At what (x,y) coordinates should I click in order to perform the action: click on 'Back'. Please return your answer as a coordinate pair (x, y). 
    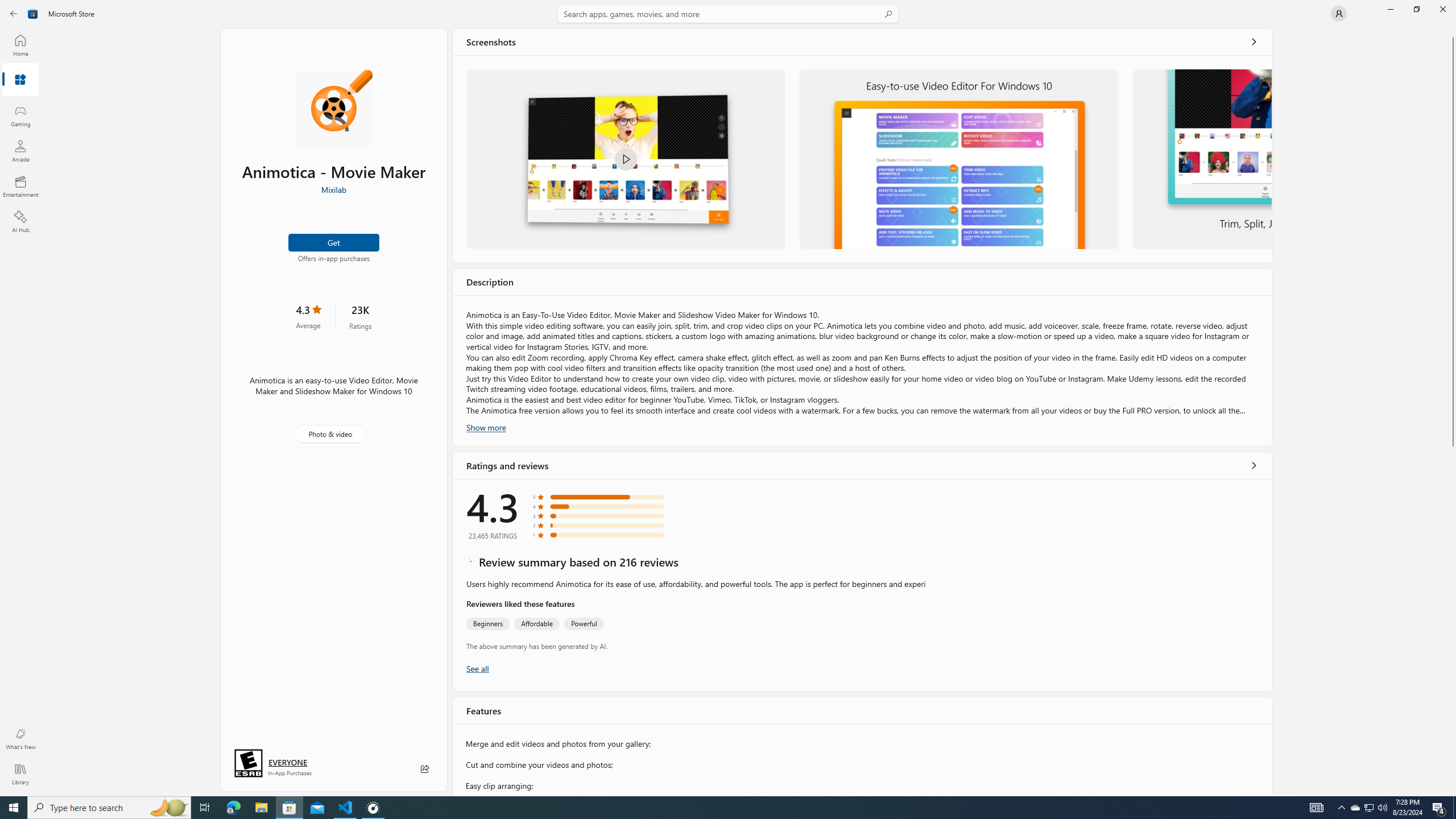
    Looking at the image, I should click on (14, 13).